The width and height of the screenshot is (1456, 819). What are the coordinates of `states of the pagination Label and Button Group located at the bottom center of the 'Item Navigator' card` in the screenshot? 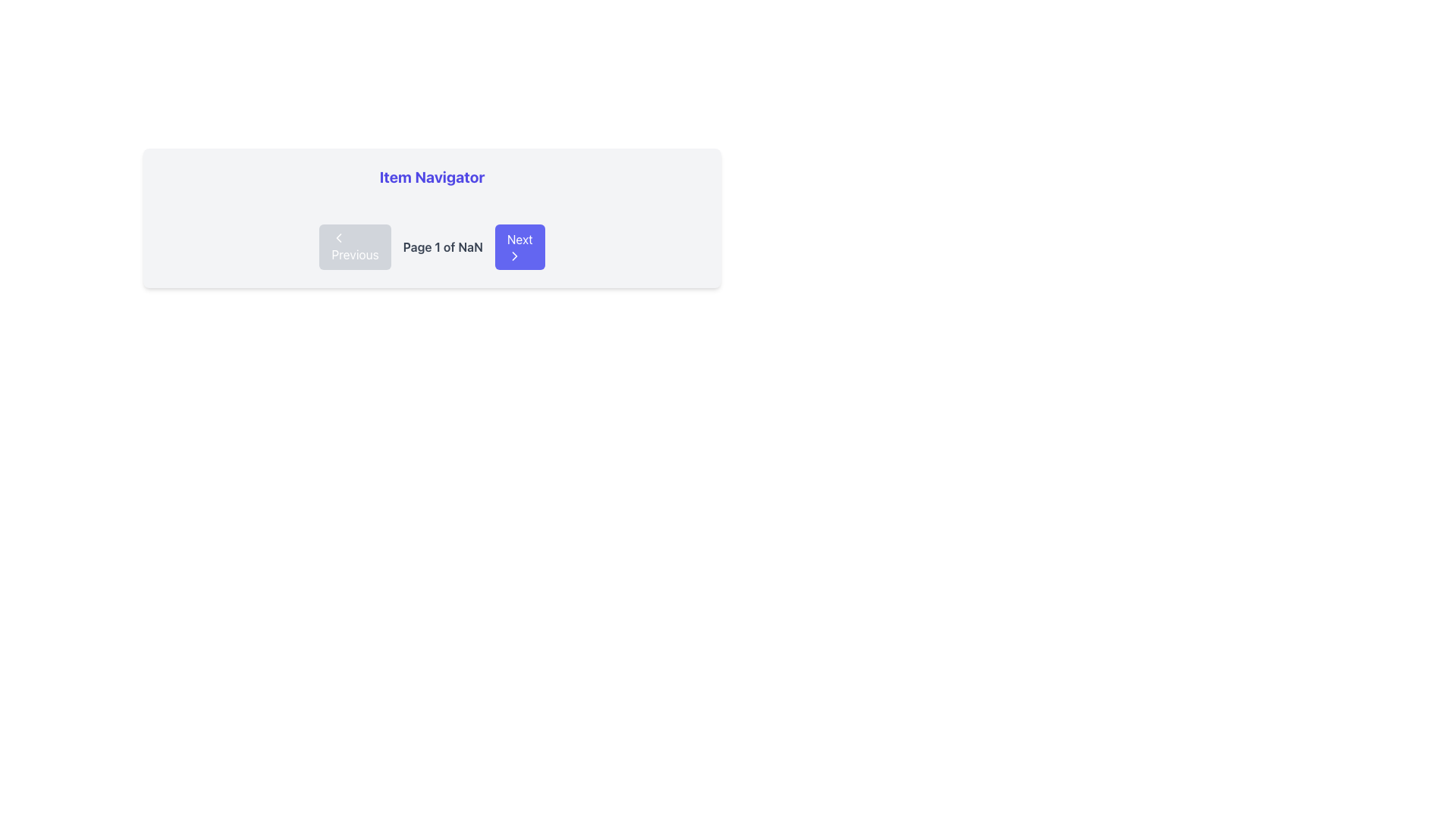 It's located at (431, 246).